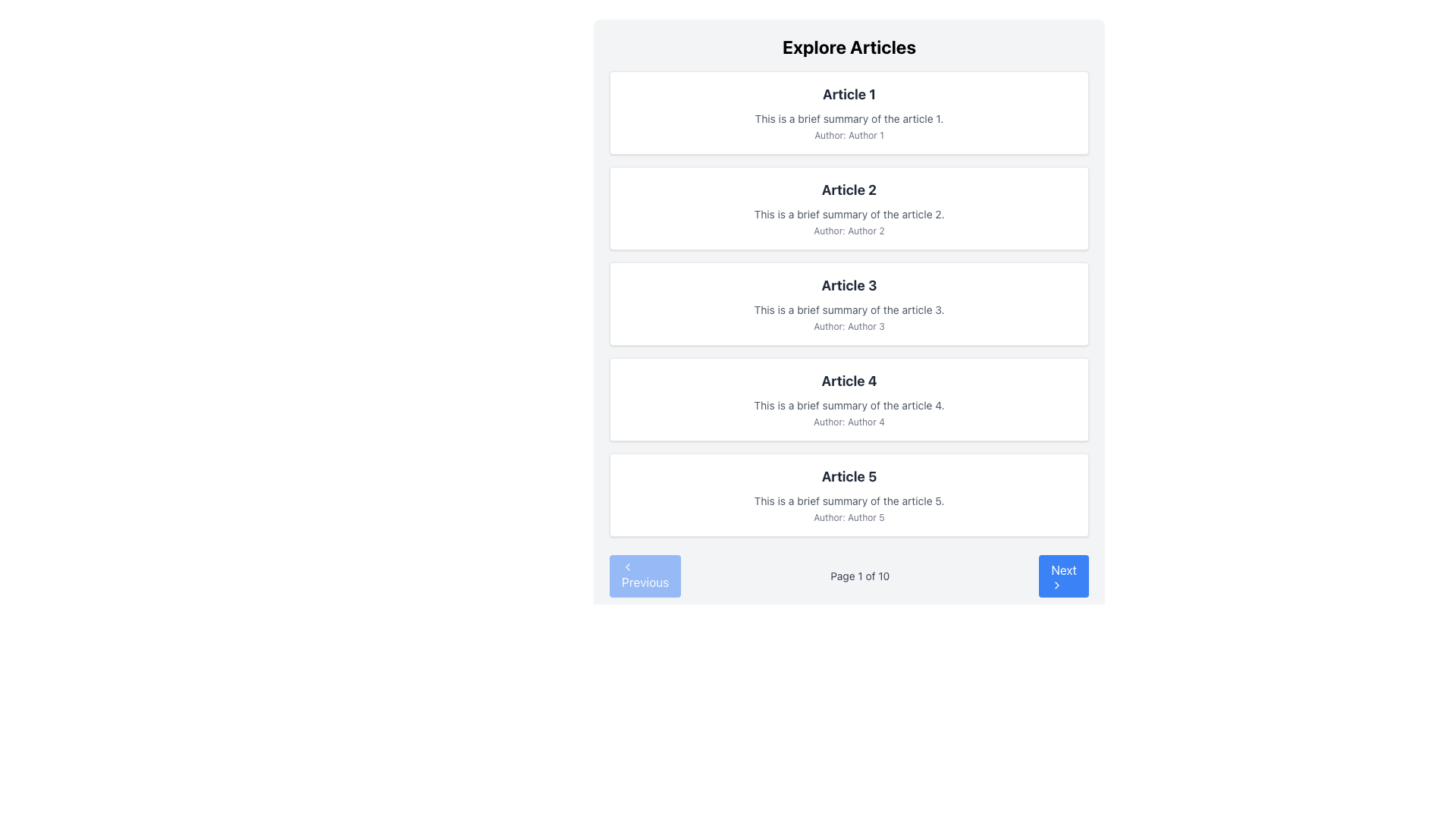 The image size is (1456, 819). Describe the element at coordinates (848, 189) in the screenshot. I see `title text of 'Article 2' which is visually prominent and located within the second card of the main content area` at that location.